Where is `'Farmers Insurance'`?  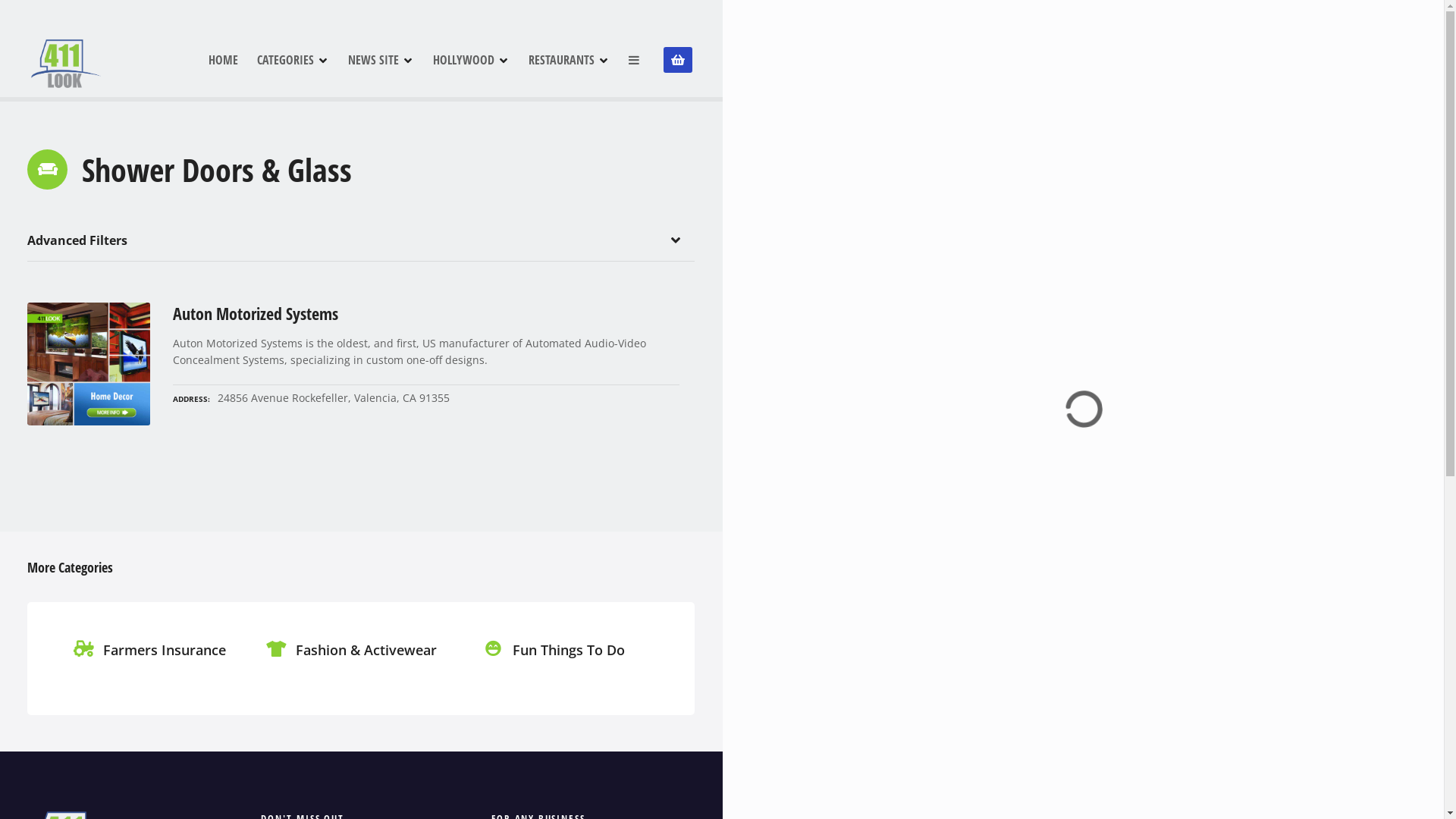
'Farmers Insurance' is located at coordinates (152, 667).